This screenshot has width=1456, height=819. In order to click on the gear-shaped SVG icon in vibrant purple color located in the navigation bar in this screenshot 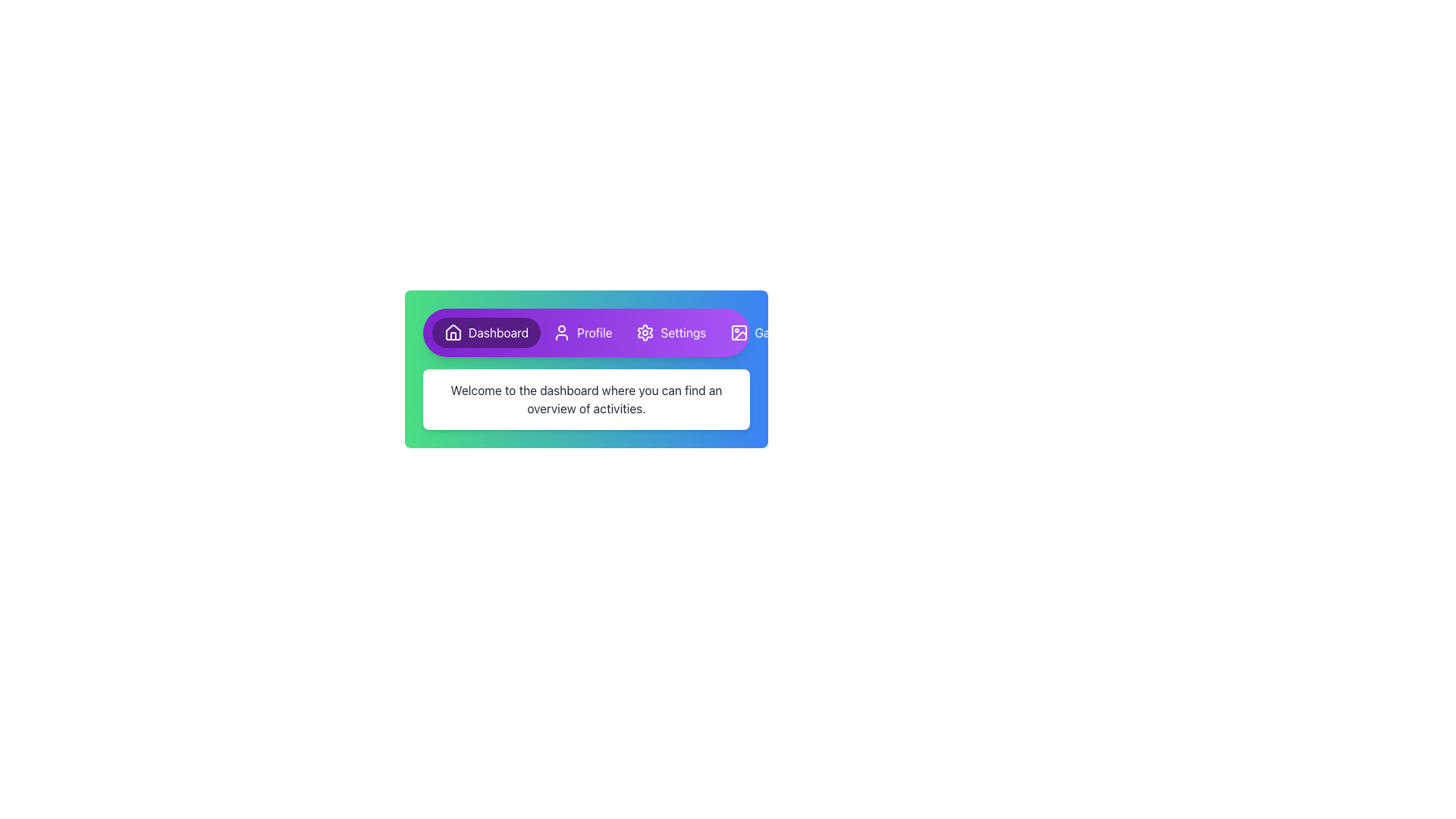, I will do `click(645, 332)`.